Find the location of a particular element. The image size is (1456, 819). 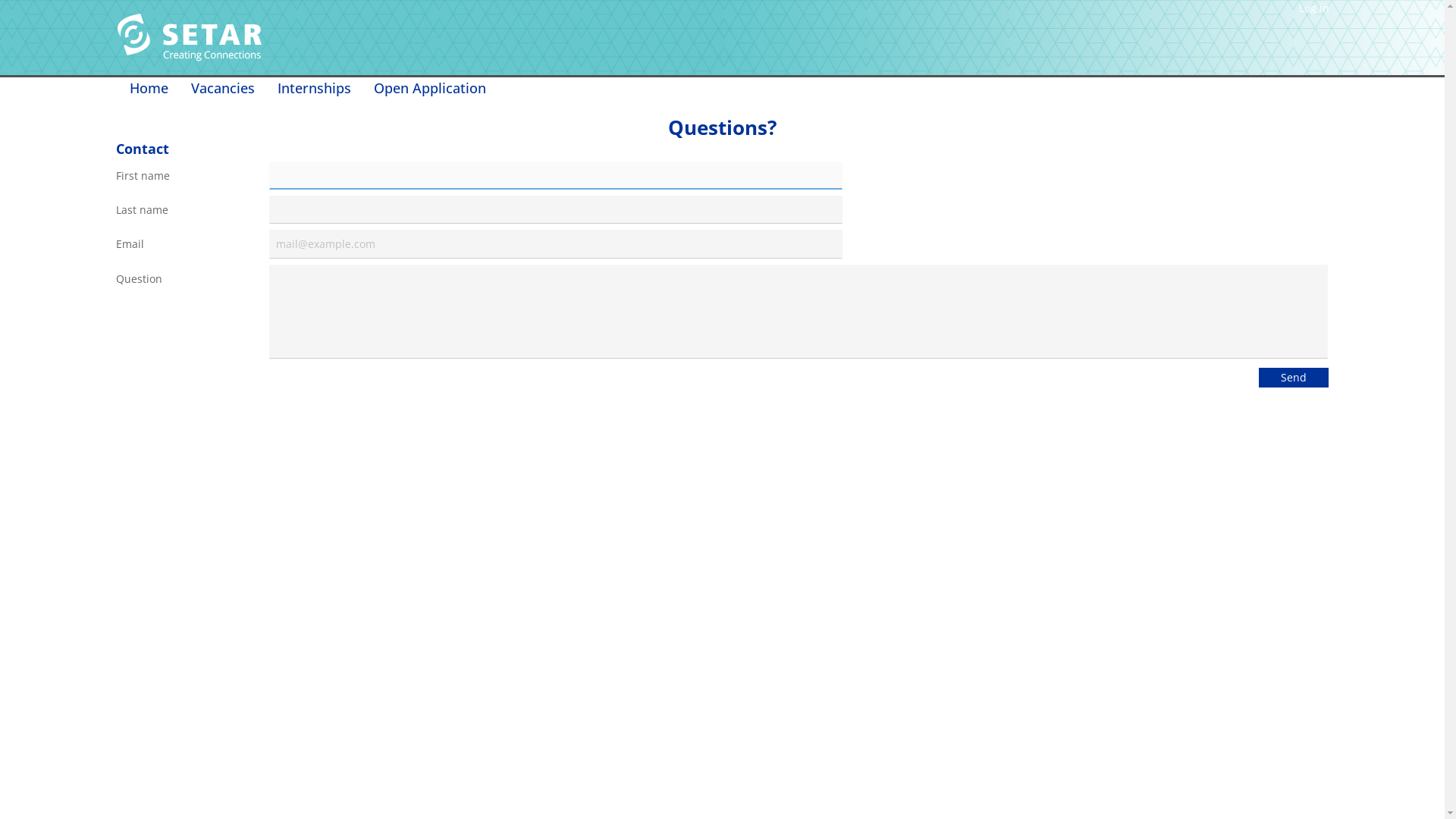

'Log in' is located at coordinates (1313, 8).